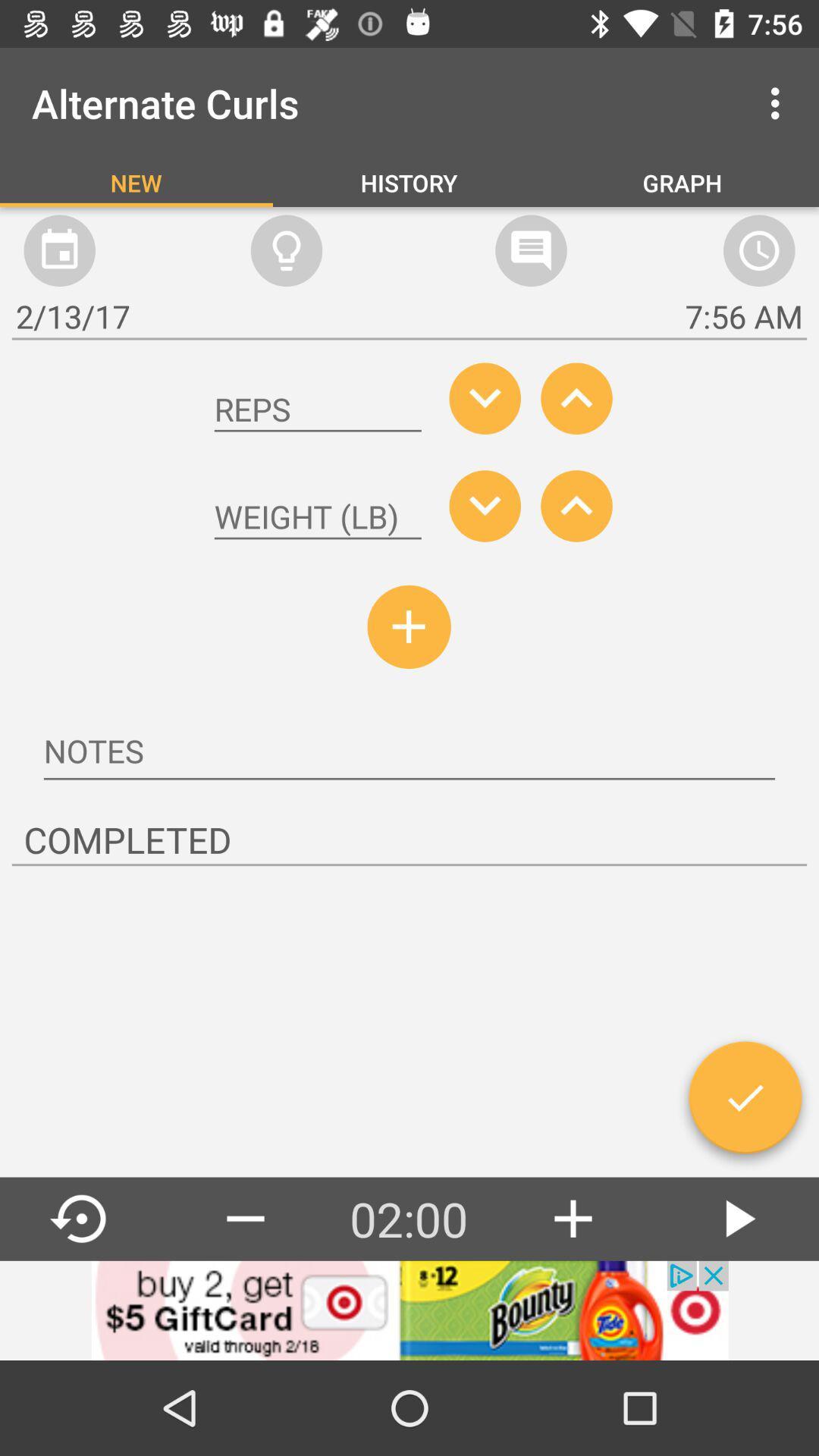 This screenshot has width=819, height=1456. Describe the element at coordinates (317, 517) in the screenshot. I see `weight dialog box` at that location.